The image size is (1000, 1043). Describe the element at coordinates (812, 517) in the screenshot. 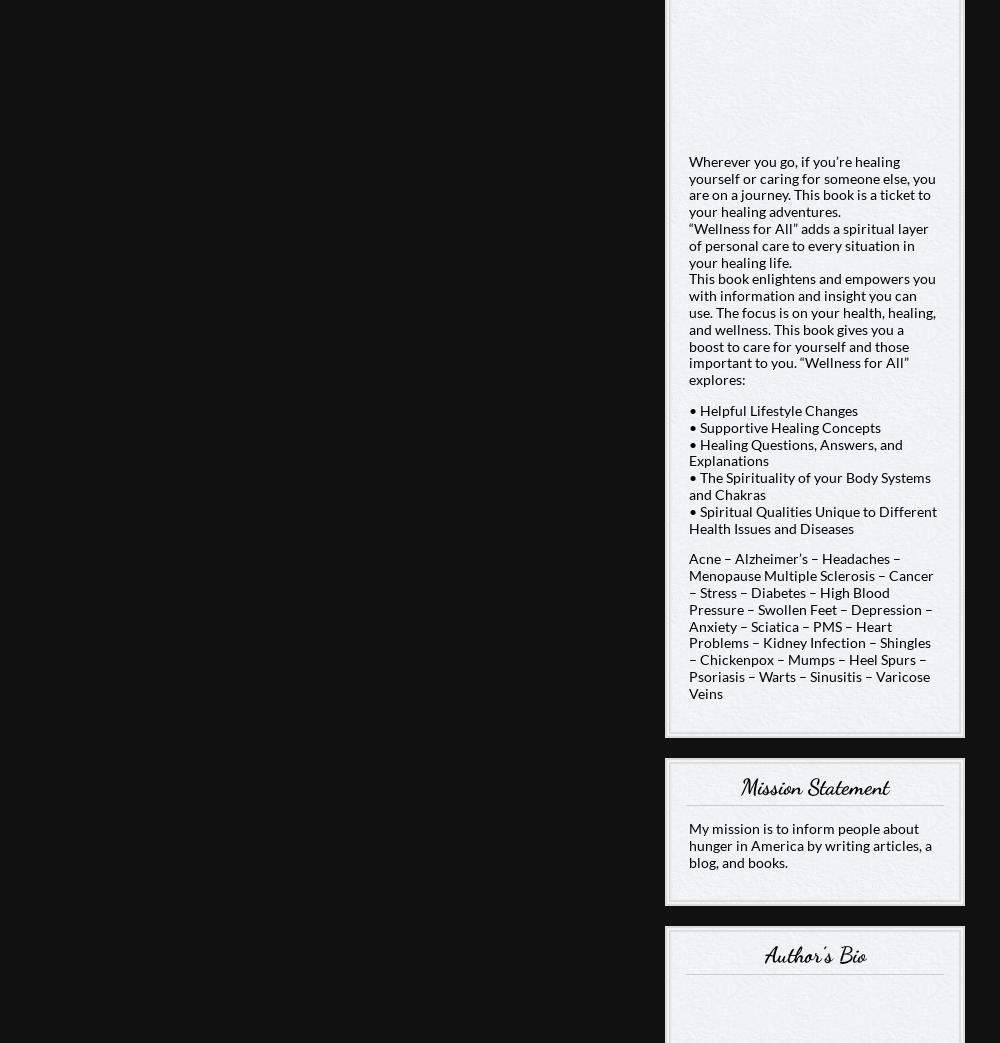

I see `'• Spiritual Qualities Unique to Different Health Issues and Diseases'` at that location.